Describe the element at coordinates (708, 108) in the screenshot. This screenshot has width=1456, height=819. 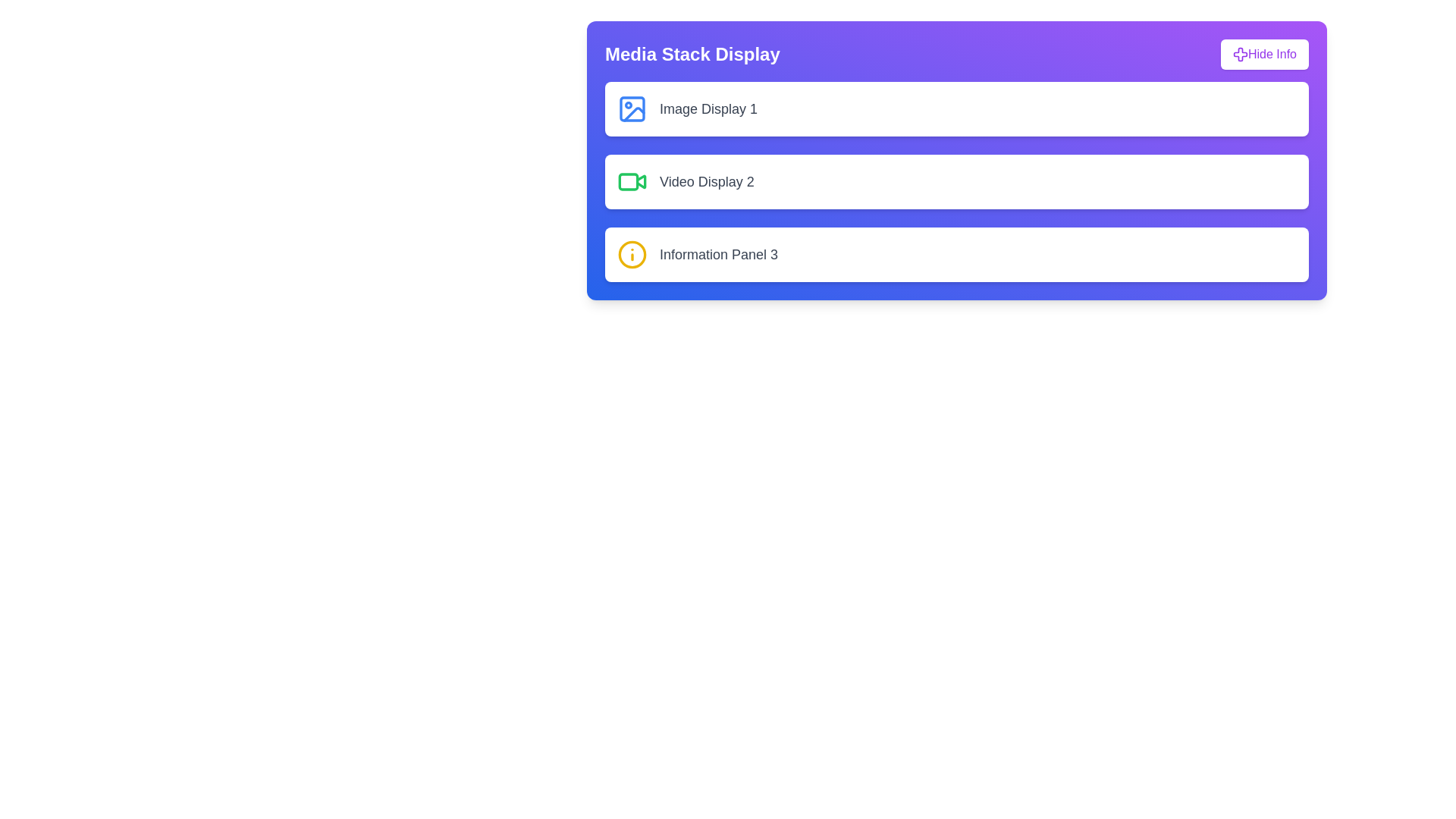
I see `the static text label located at the top-left corner of the first card in a vertically-stacked list, which serves as a title for the associated card content` at that location.